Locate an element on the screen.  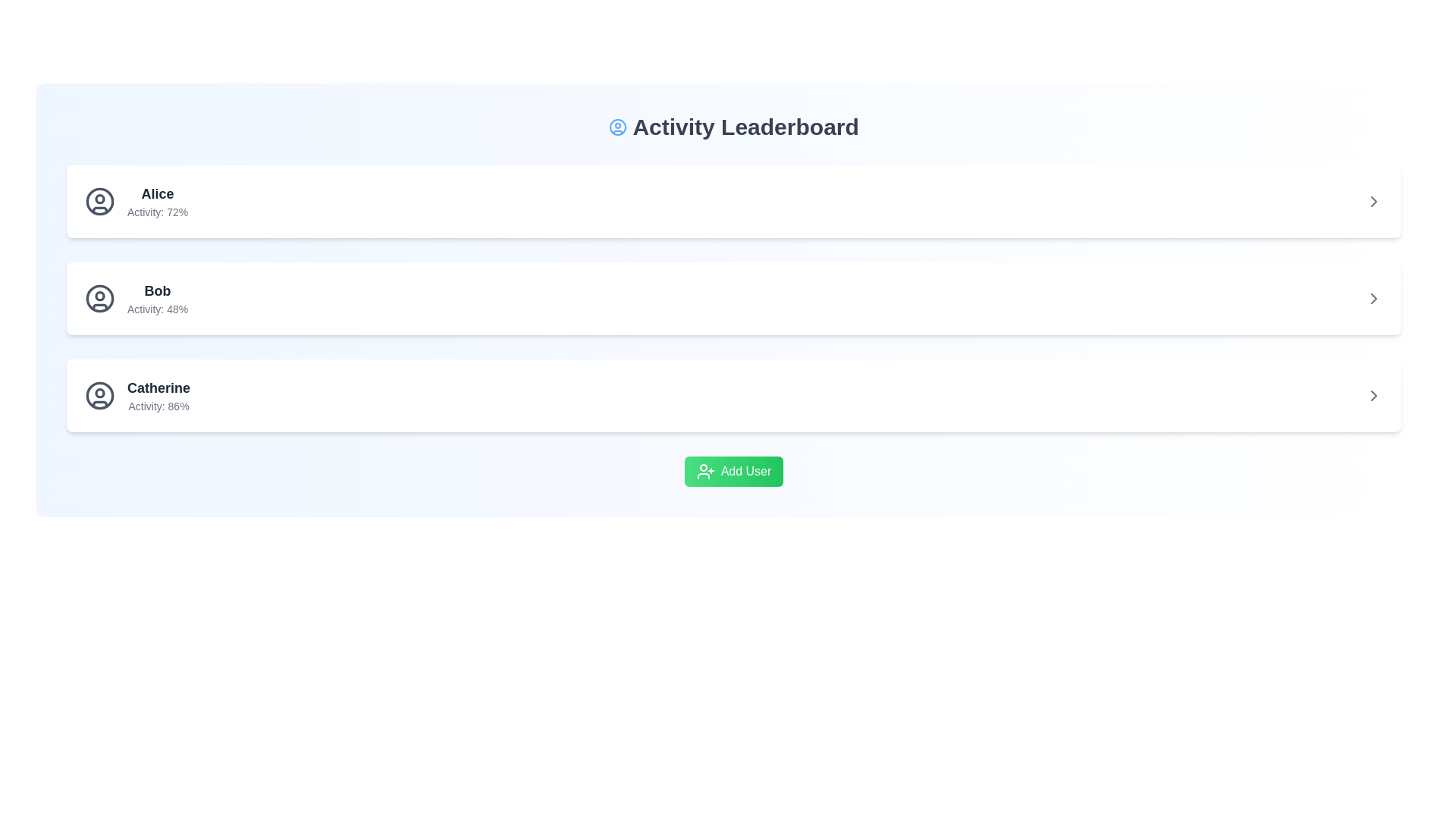
the decorative icon within the green 'Add User' button located at the bottom center of the interface is located at coordinates (704, 470).